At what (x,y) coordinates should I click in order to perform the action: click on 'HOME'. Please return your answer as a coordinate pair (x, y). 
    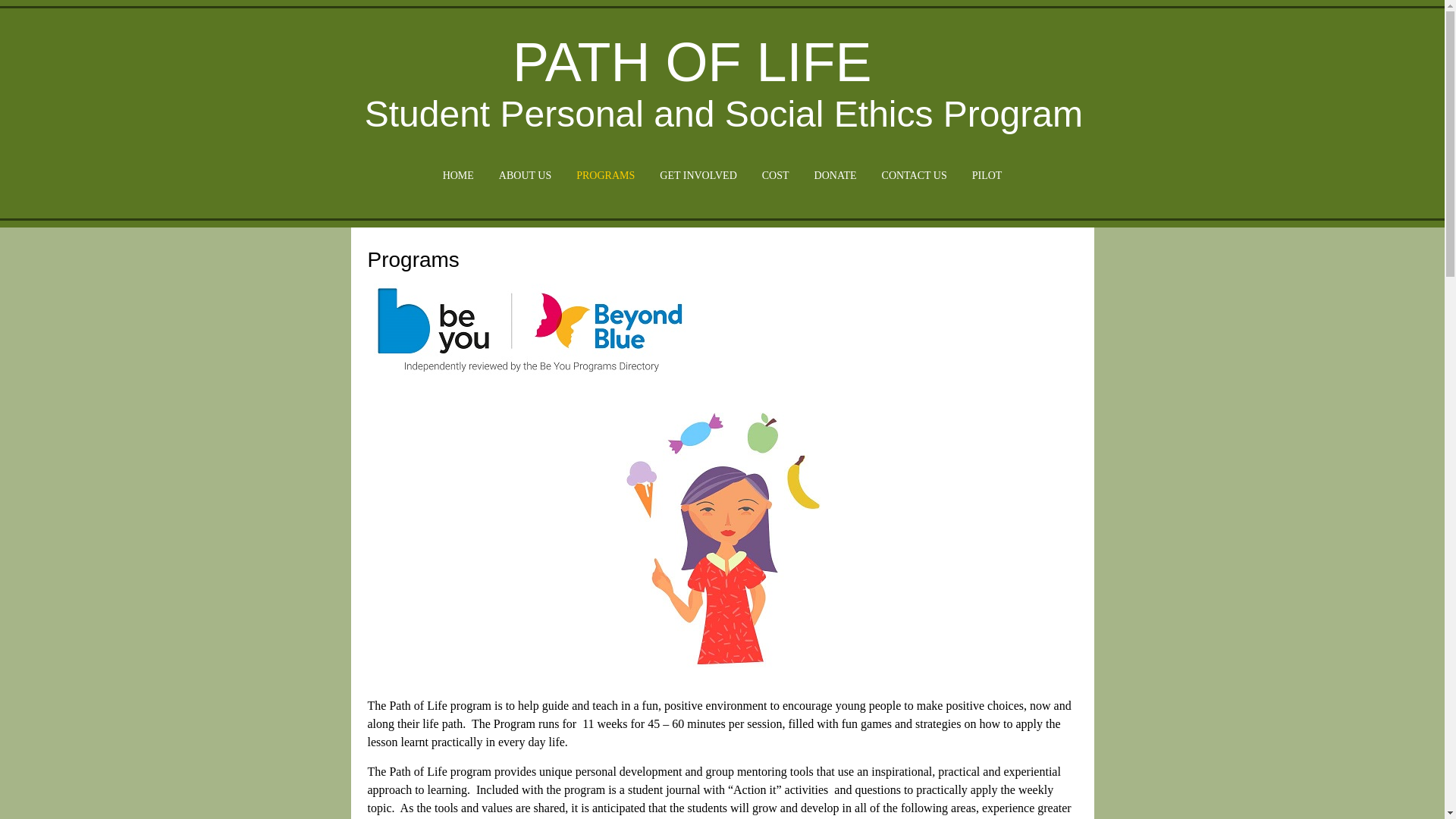
    Looking at the image, I should click on (457, 174).